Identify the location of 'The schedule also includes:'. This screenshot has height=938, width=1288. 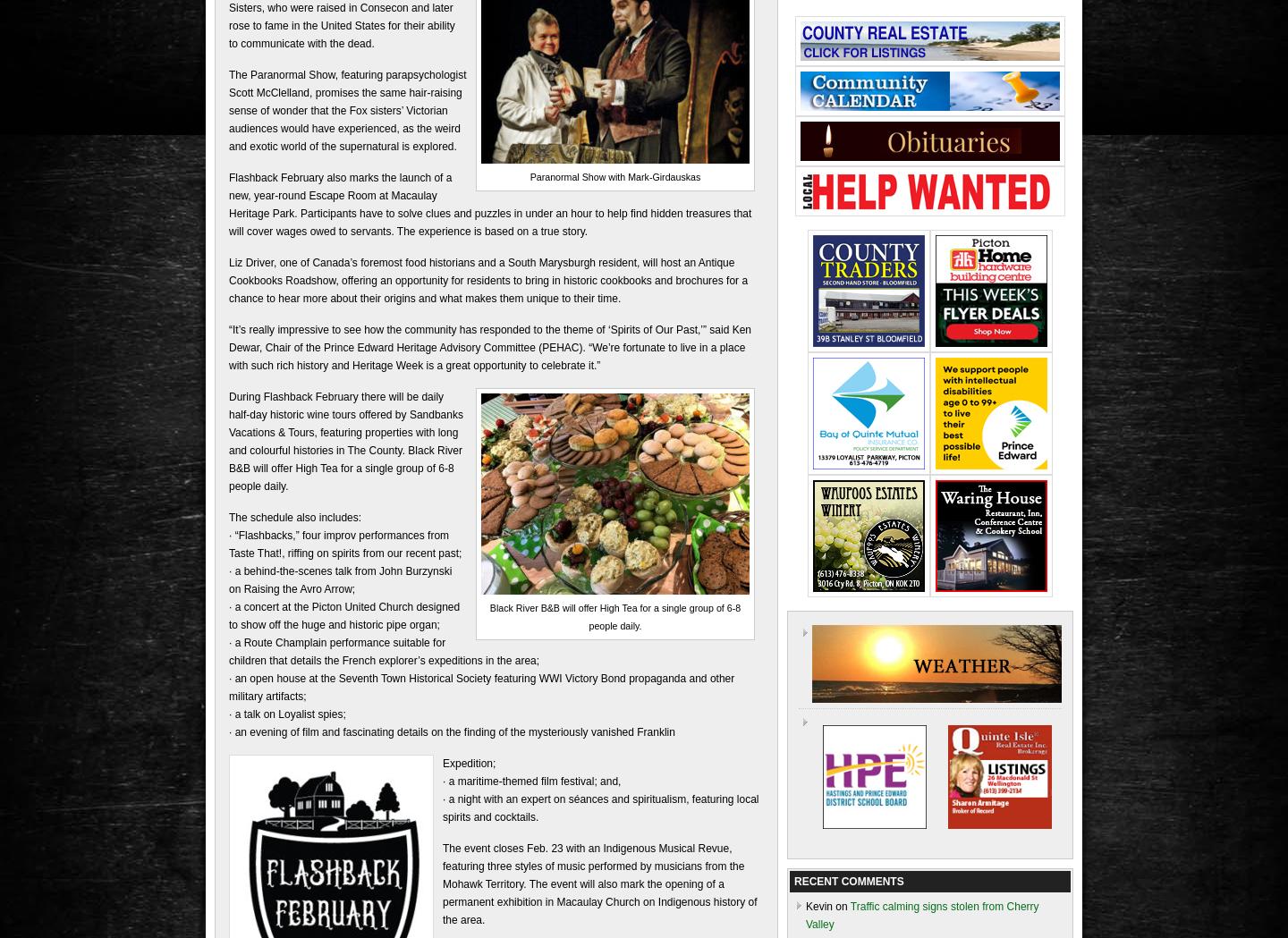
(295, 515).